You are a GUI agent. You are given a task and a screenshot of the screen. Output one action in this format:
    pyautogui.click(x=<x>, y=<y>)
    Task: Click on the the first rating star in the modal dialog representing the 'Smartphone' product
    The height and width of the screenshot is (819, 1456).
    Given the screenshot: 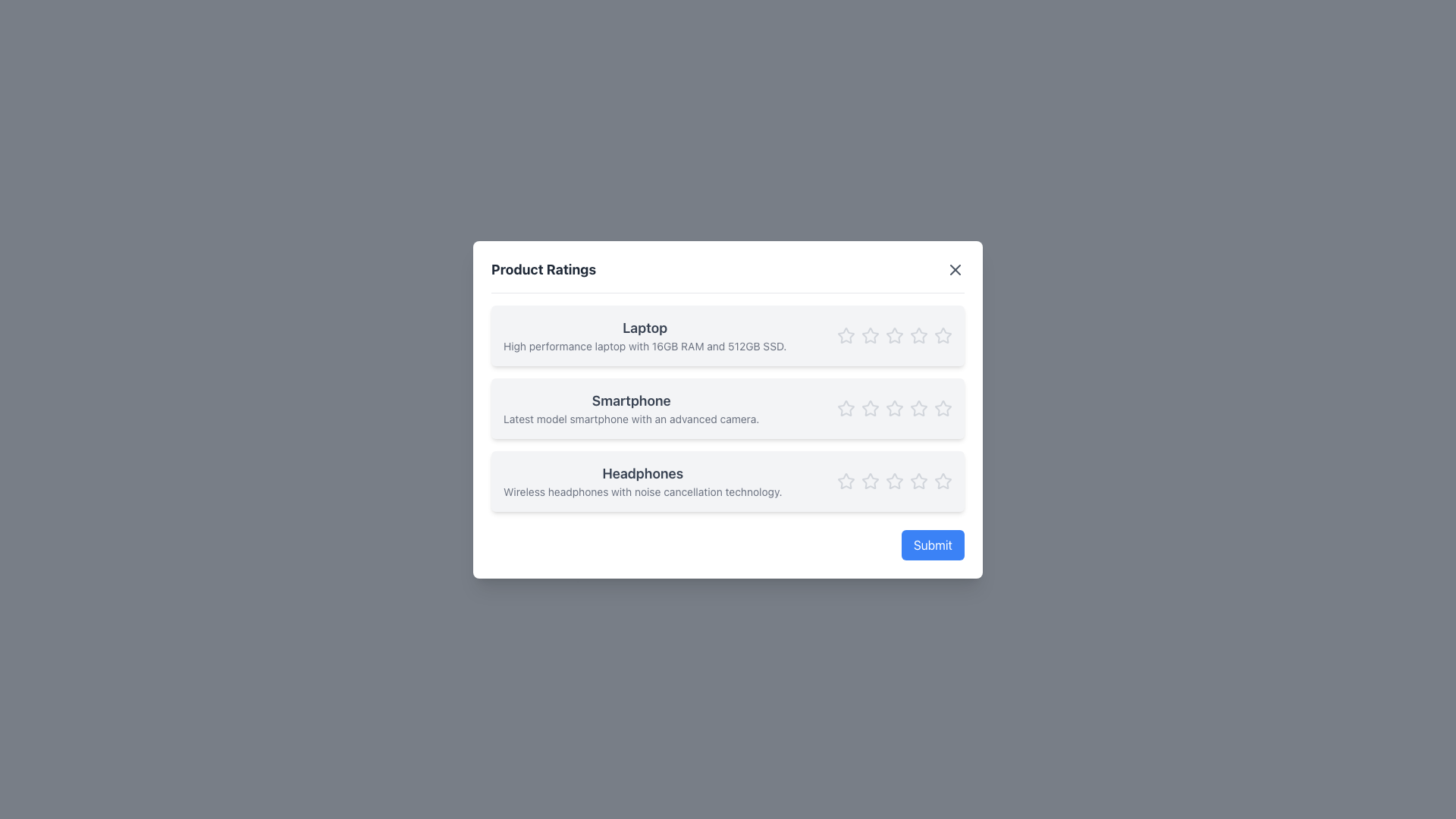 What is the action you would take?
    pyautogui.click(x=846, y=407)
    